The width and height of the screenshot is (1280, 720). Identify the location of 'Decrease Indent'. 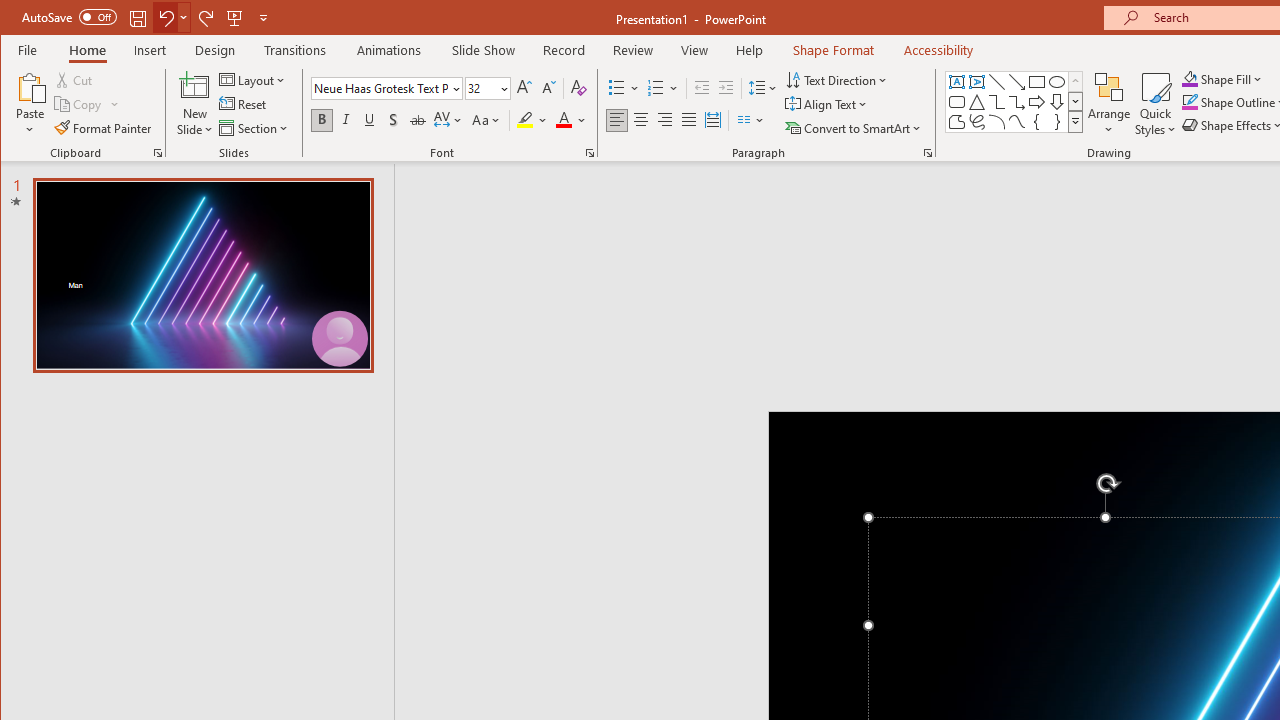
(702, 87).